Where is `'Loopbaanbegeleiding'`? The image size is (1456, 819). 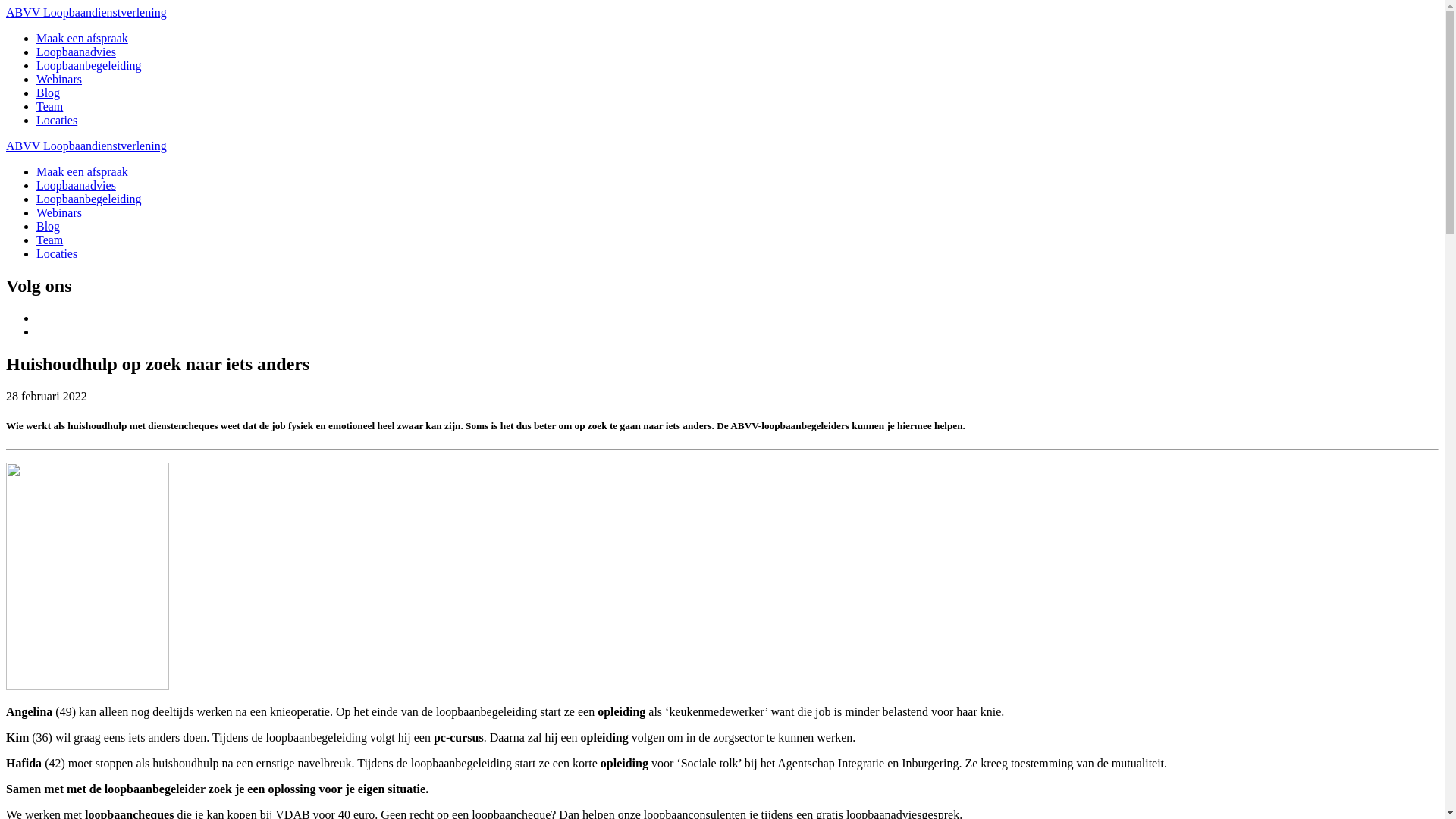 'Loopbaanbegeleiding' is located at coordinates (88, 64).